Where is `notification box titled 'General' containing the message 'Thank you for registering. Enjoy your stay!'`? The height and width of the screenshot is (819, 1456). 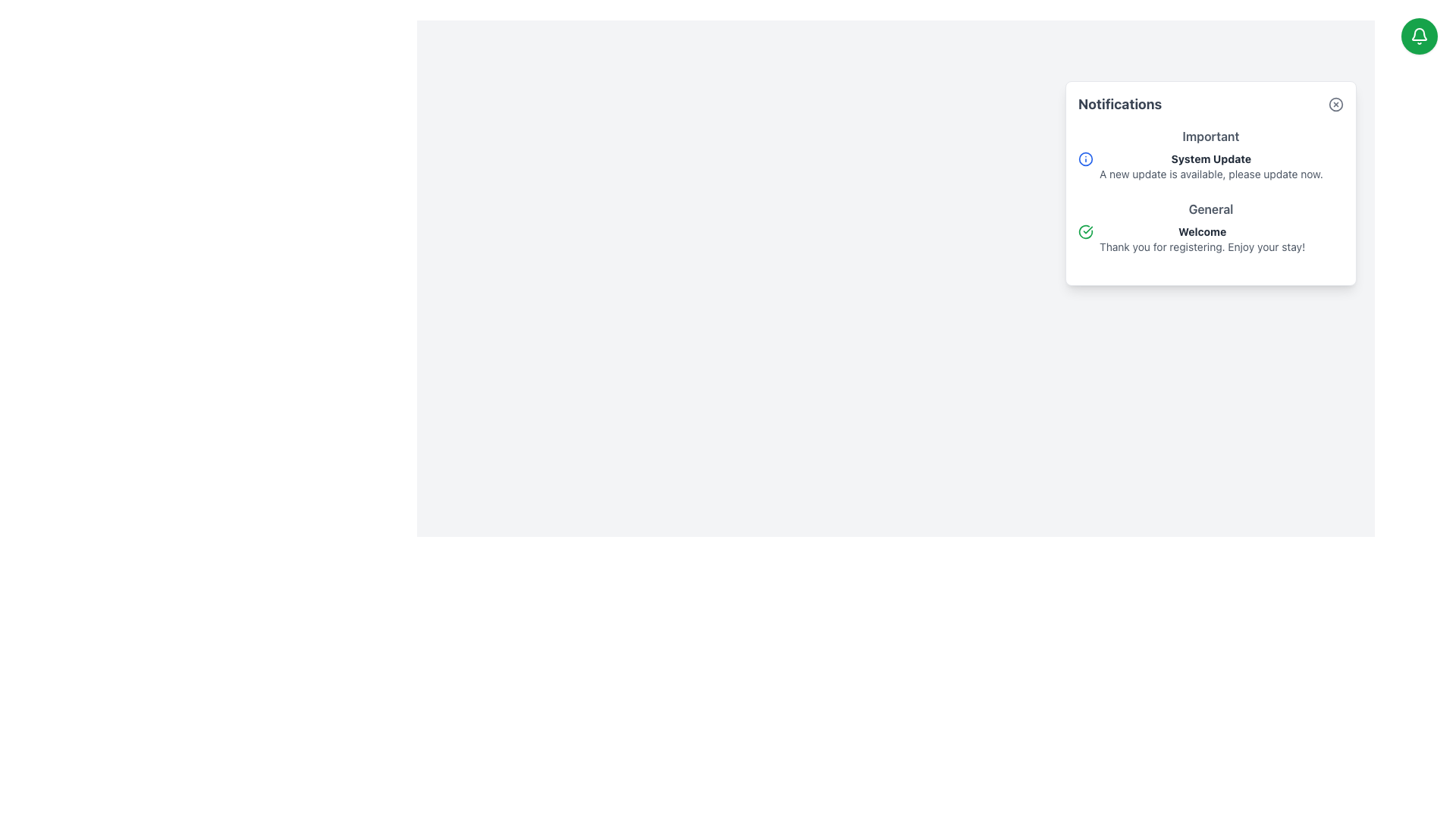 notification box titled 'General' containing the message 'Thank you for registering. Enjoy your stay!' is located at coordinates (1210, 231).